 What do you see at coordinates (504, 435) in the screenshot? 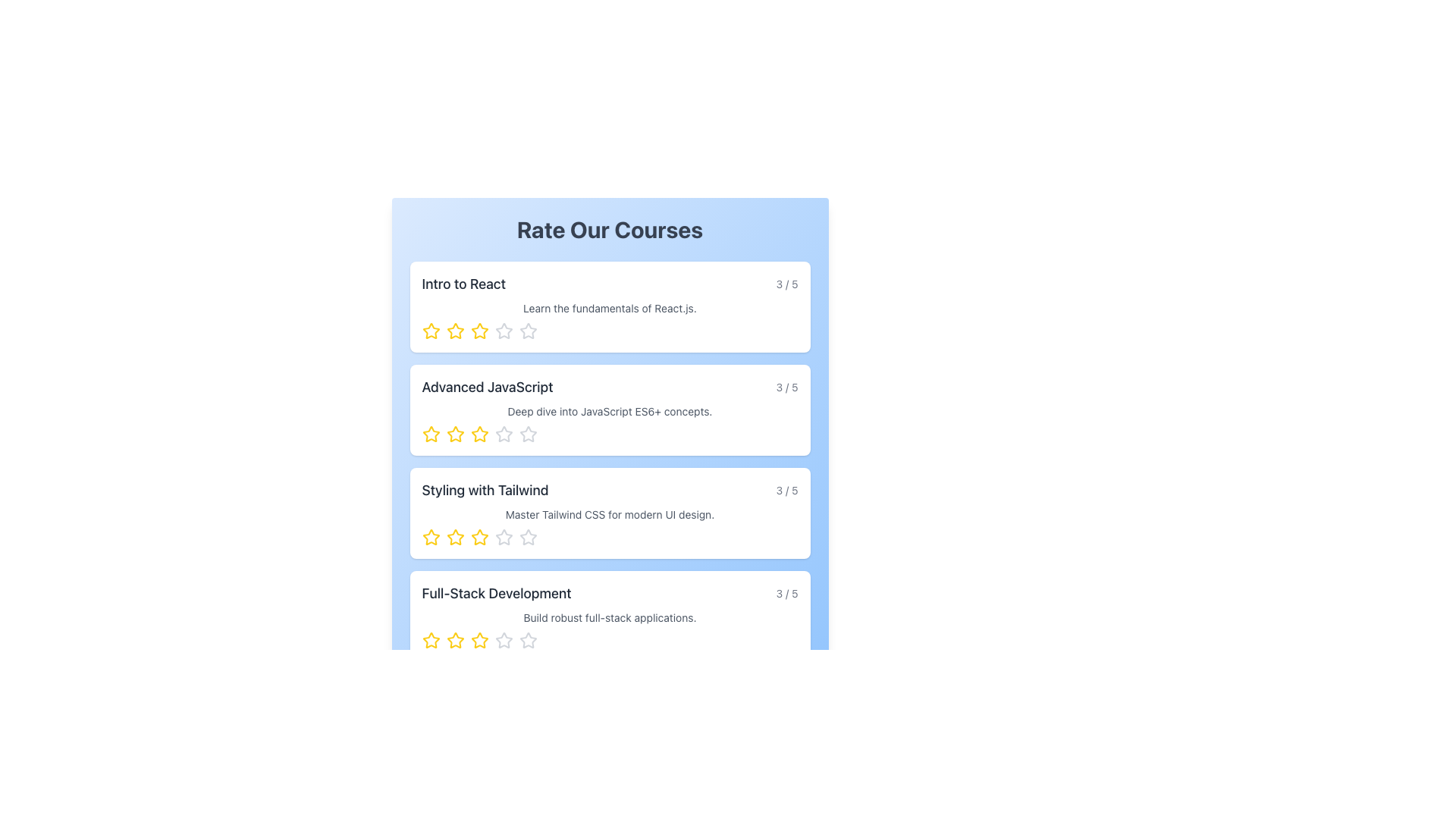
I see `the fourth star icon in the rating row for the Advanced JavaScript course` at bounding box center [504, 435].